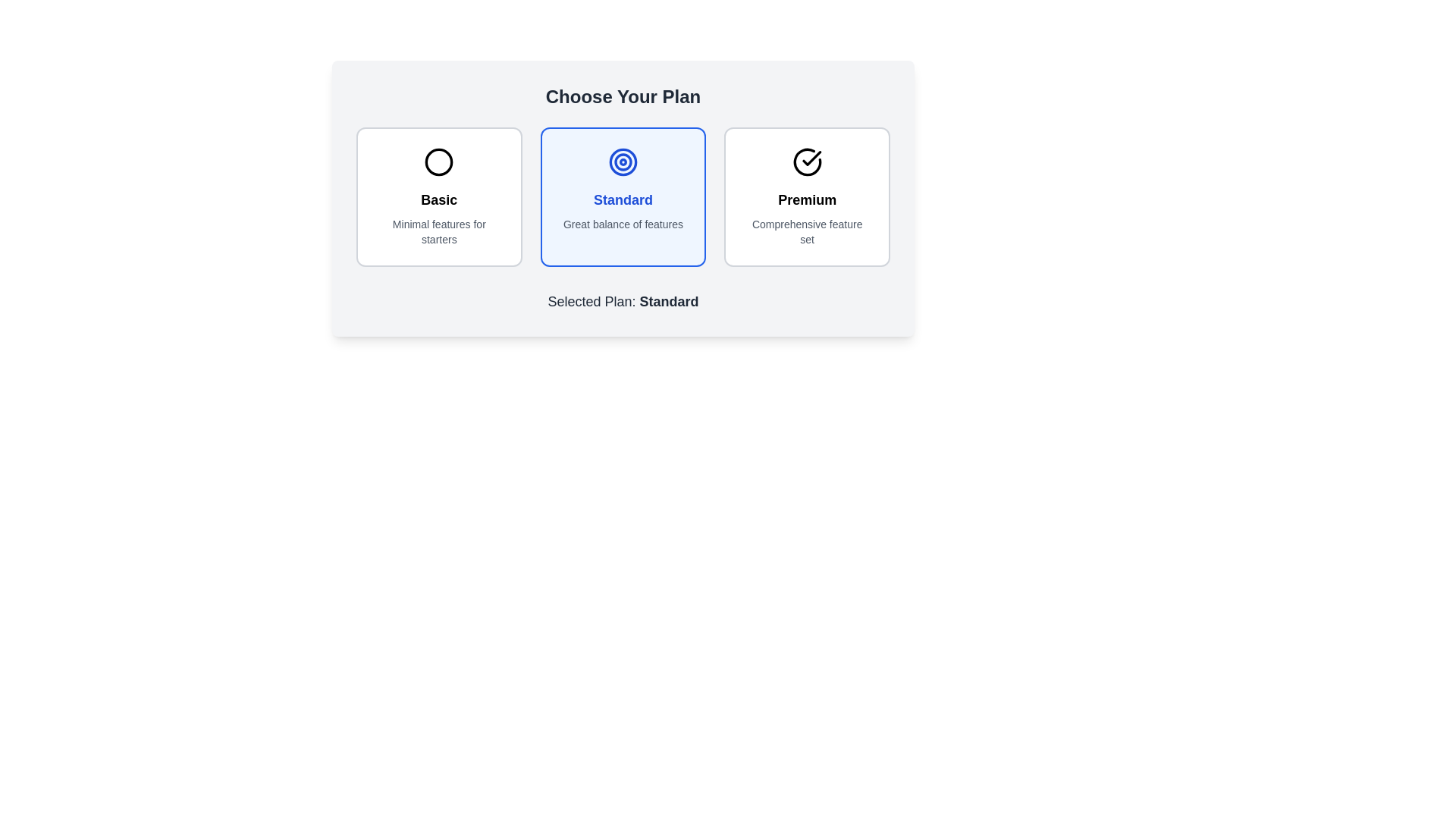 This screenshot has height=819, width=1456. Describe the element at coordinates (438, 162) in the screenshot. I see `the thinly outlined circular icon located at the top center section of the interface, within the 'Basic' card` at that location.